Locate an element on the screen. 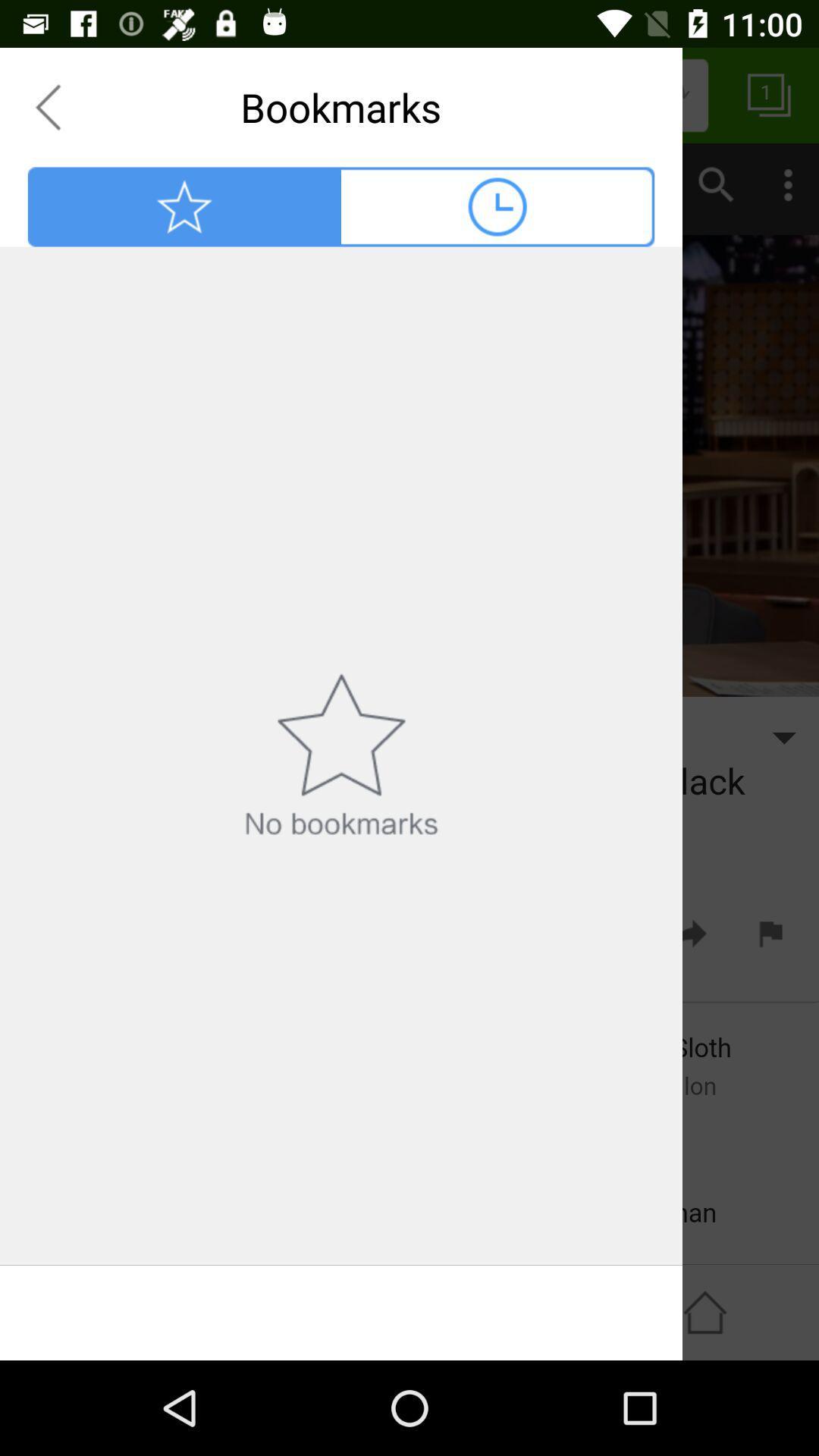  previous is located at coordinates (46, 106).